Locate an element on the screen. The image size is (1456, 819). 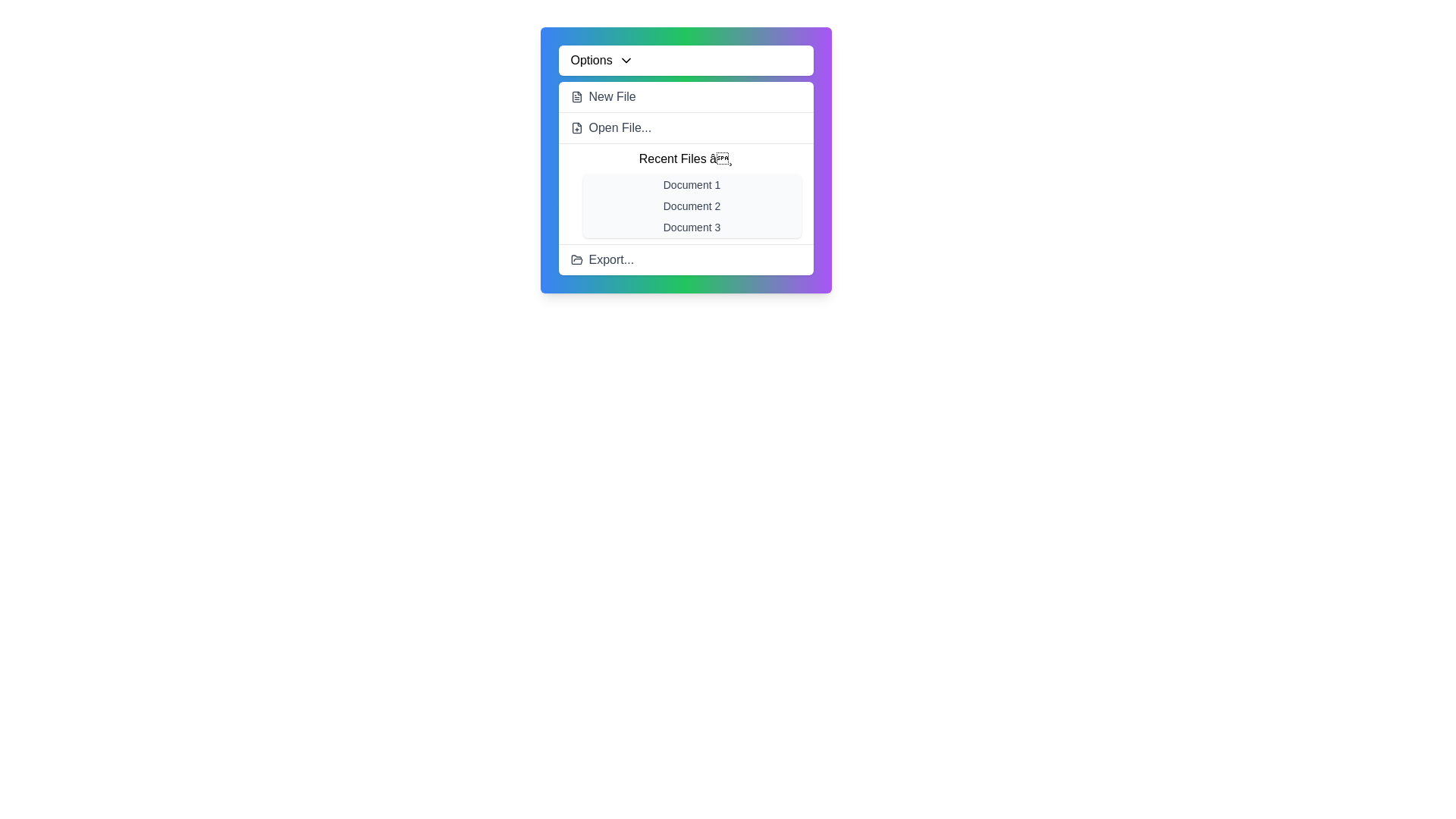
the interactive text label 'Recent Files ▾' is located at coordinates (685, 158).